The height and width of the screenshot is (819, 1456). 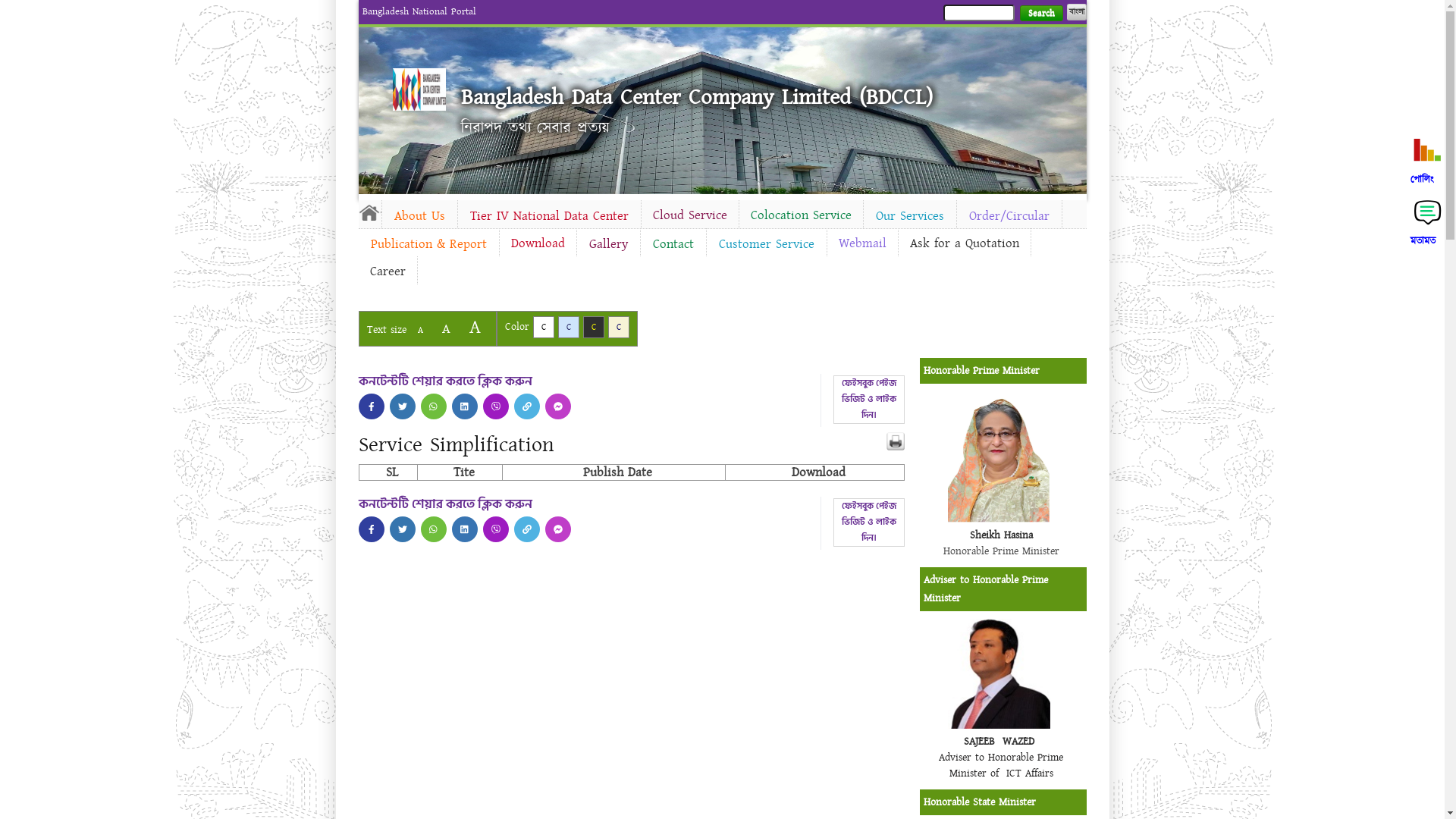 I want to click on 'Bangladesh National Portal', so click(x=419, y=11).